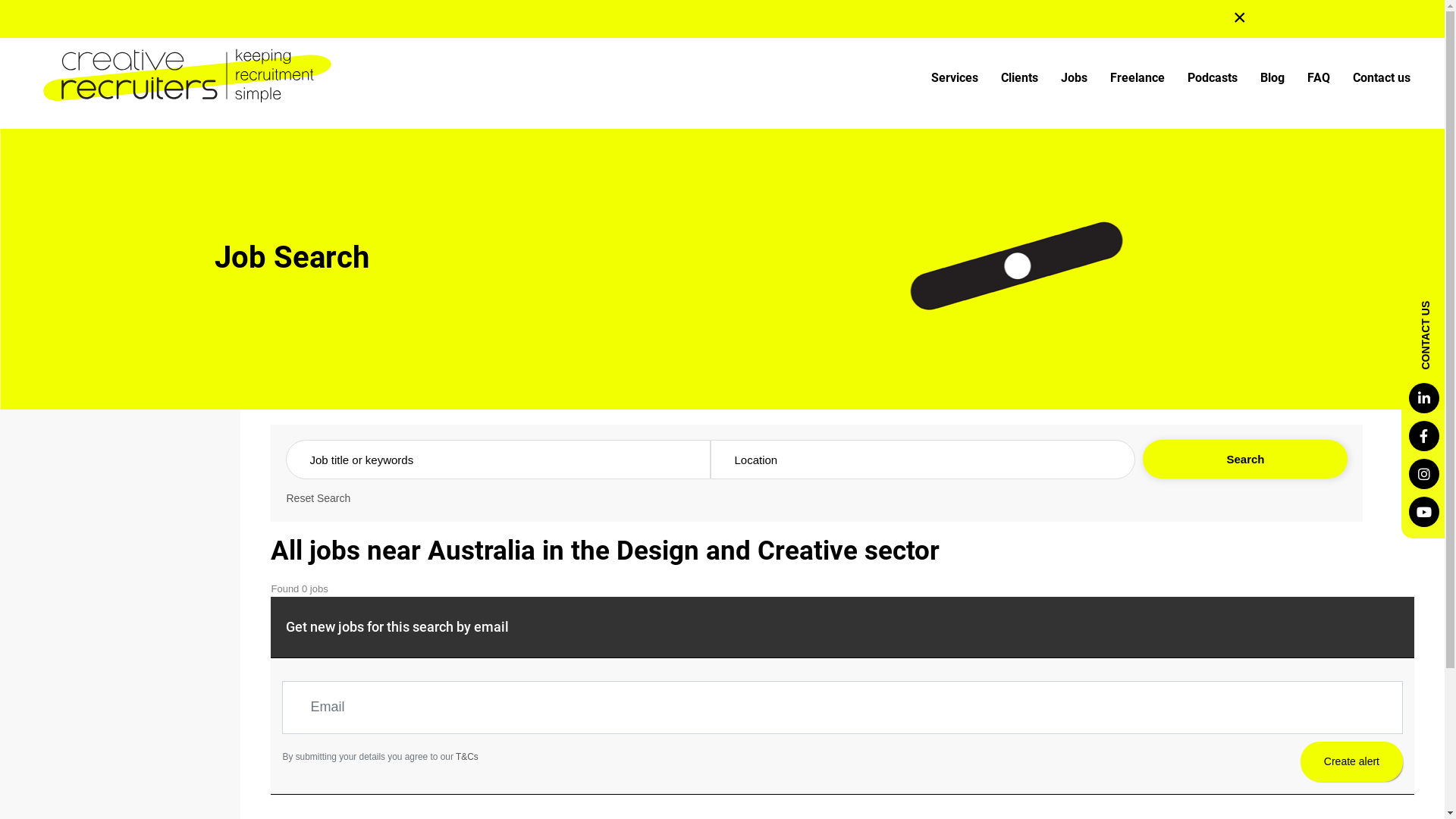 This screenshot has width=1456, height=819. Describe the element at coordinates (1019, 78) in the screenshot. I see `'Clients'` at that location.